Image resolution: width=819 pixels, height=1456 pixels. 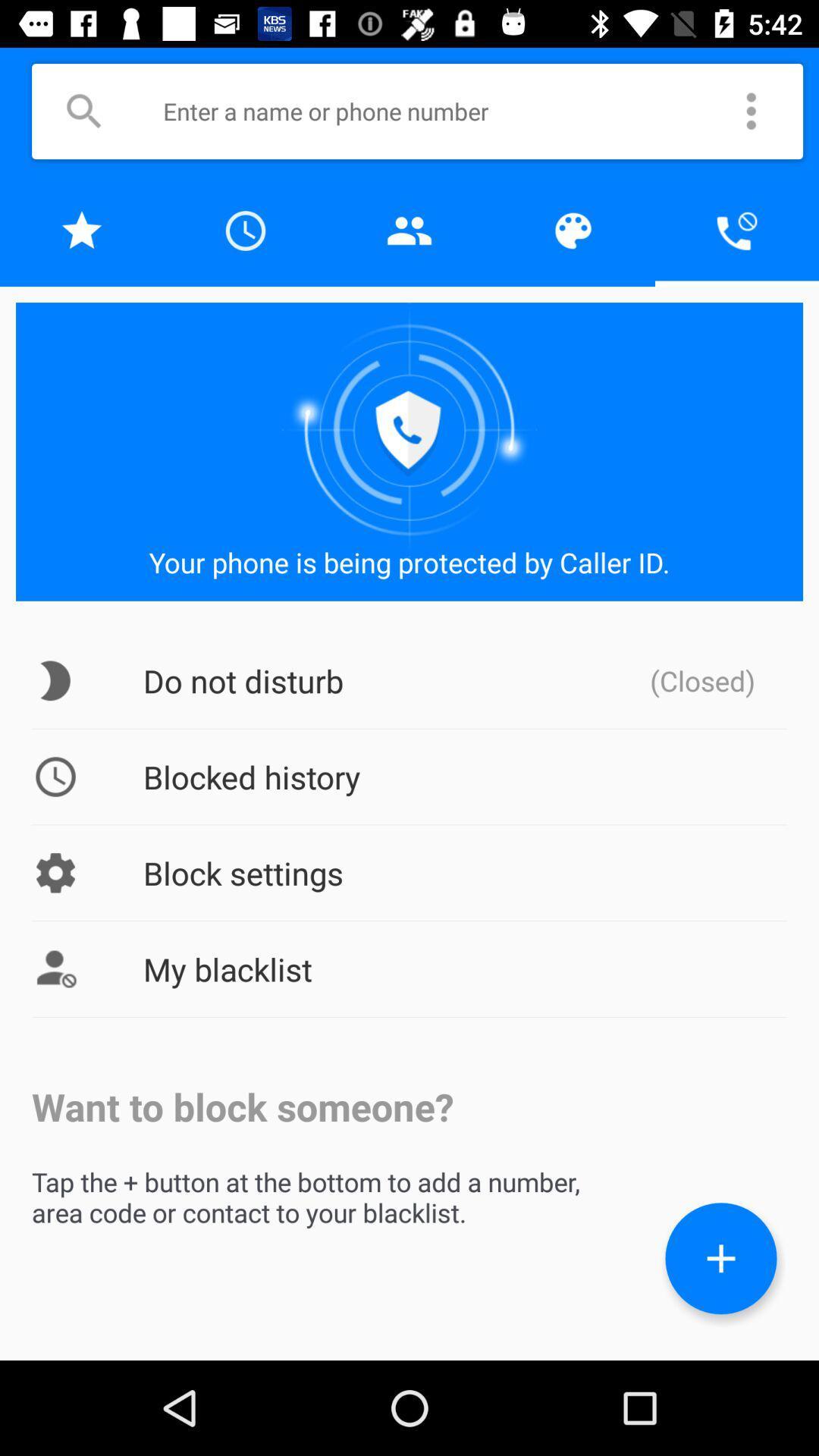 I want to click on call, so click(x=736, y=230).